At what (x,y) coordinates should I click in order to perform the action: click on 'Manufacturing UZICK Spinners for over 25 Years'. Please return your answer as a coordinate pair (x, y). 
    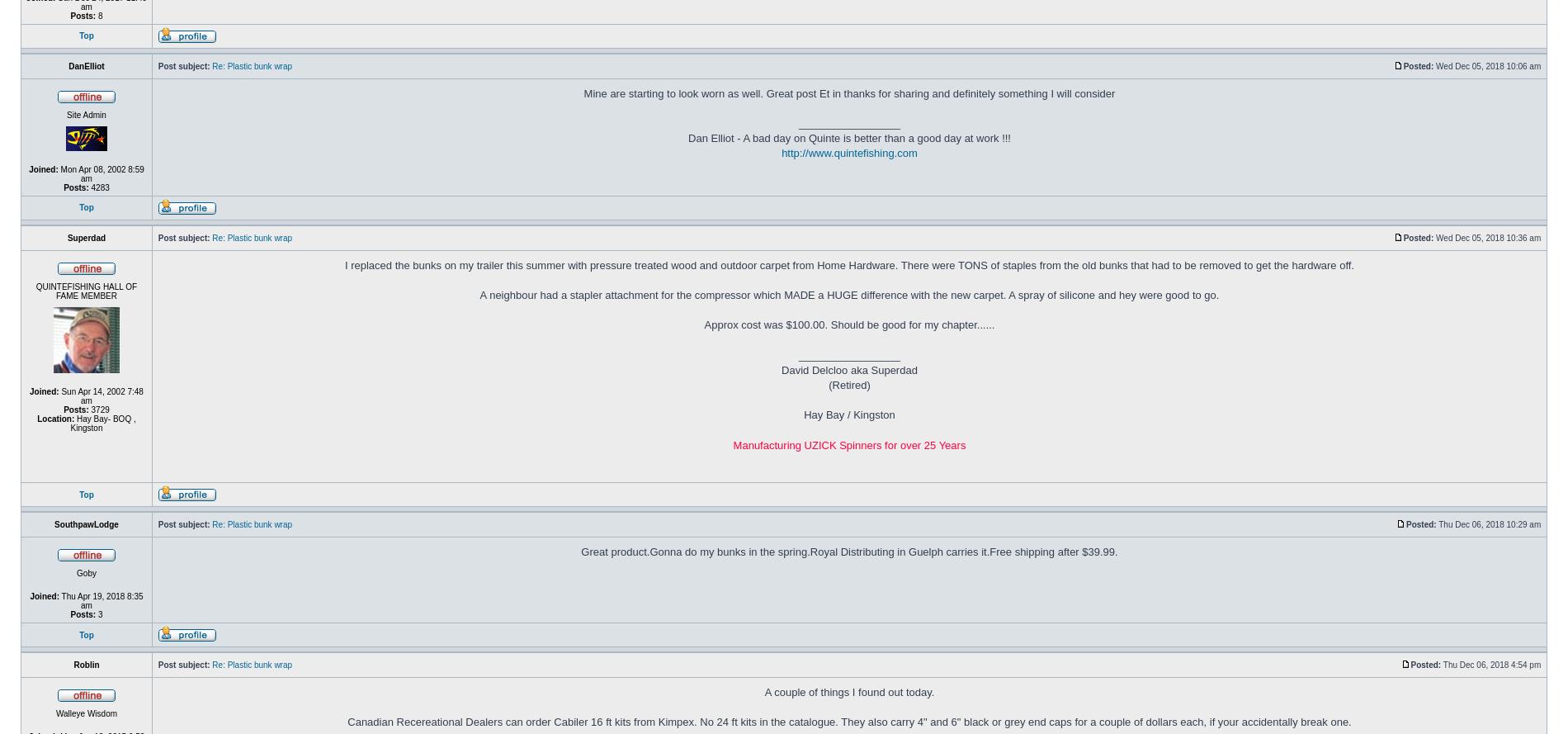
    Looking at the image, I should click on (849, 444).